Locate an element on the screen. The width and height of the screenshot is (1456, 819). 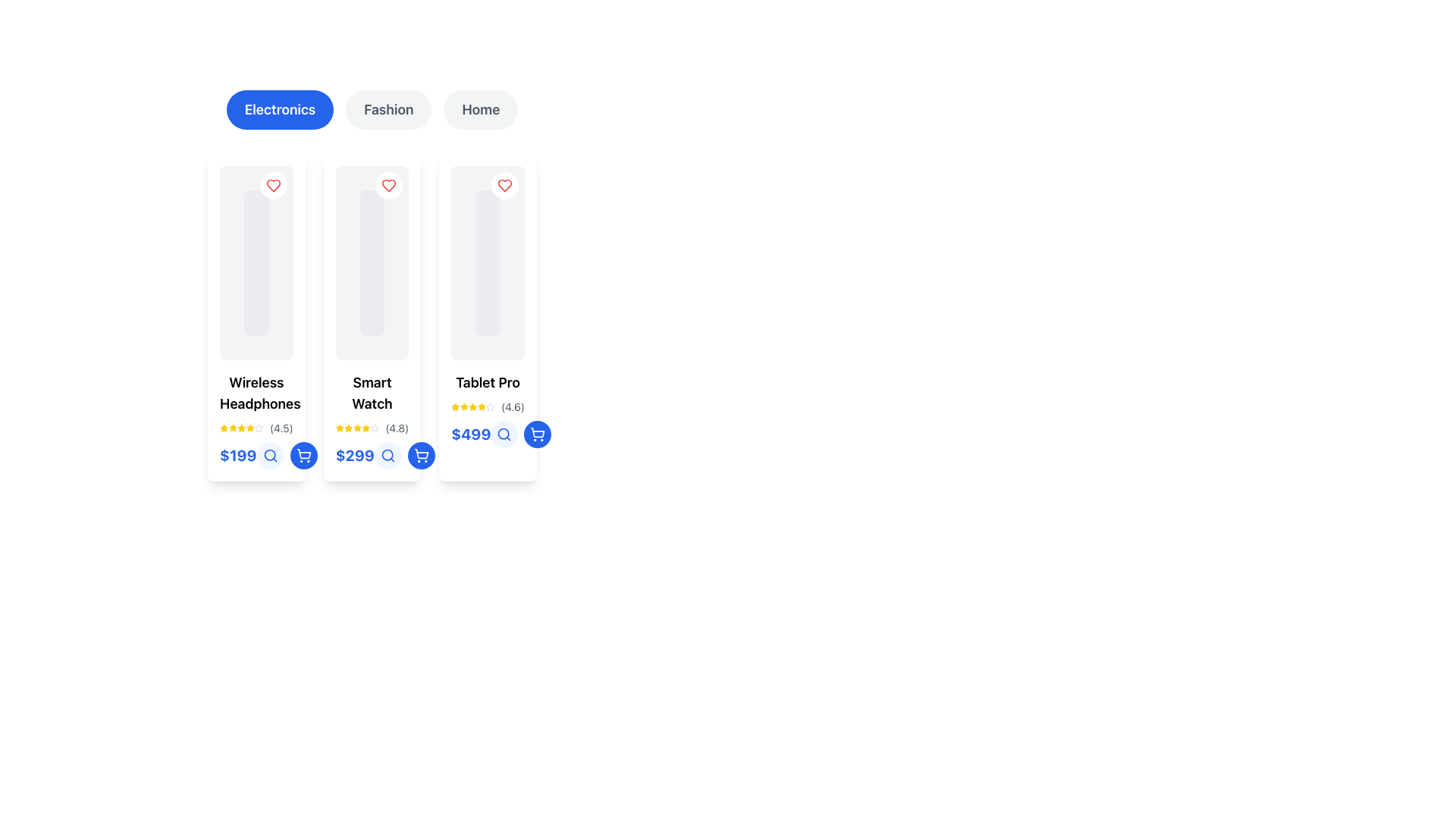
the second star icon in the rating system for 'Wireless Headphones' is located at coordinates (232, 428).